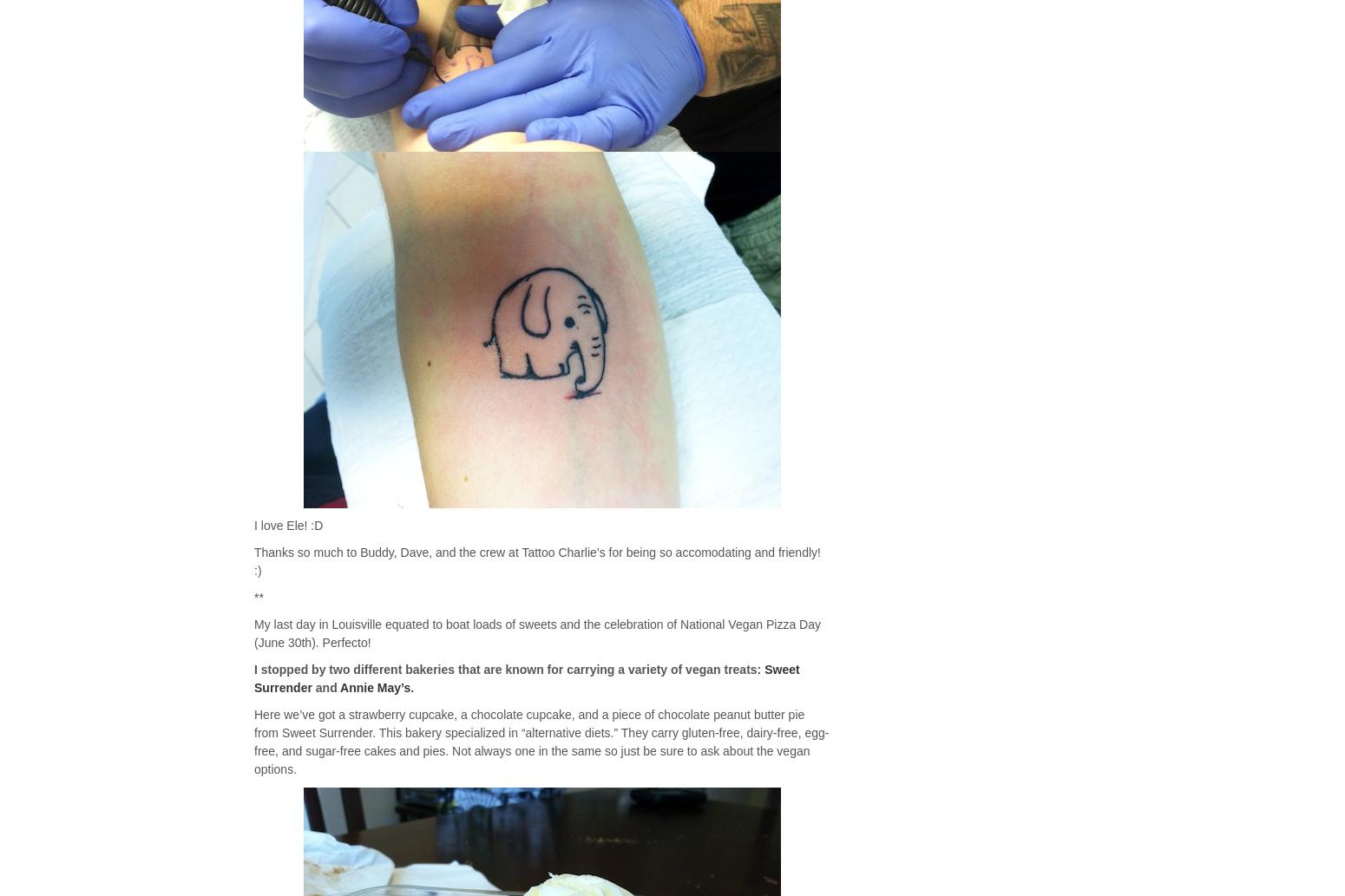  What do you see at coordinates (325, 688) in the screenshot?
I see `'and'` at bounding box center [325, 688].